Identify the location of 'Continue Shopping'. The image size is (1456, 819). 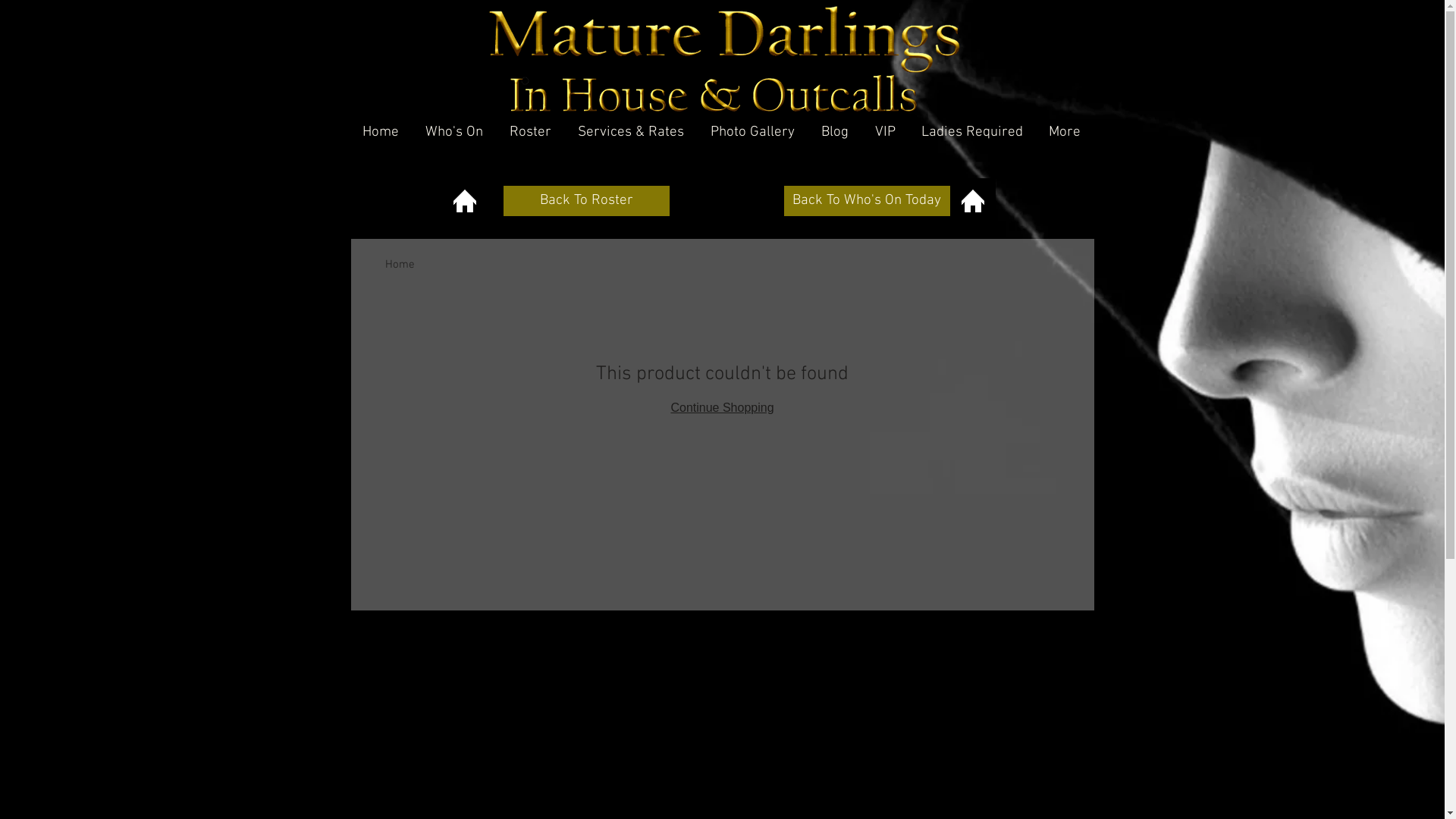
(720, 406).